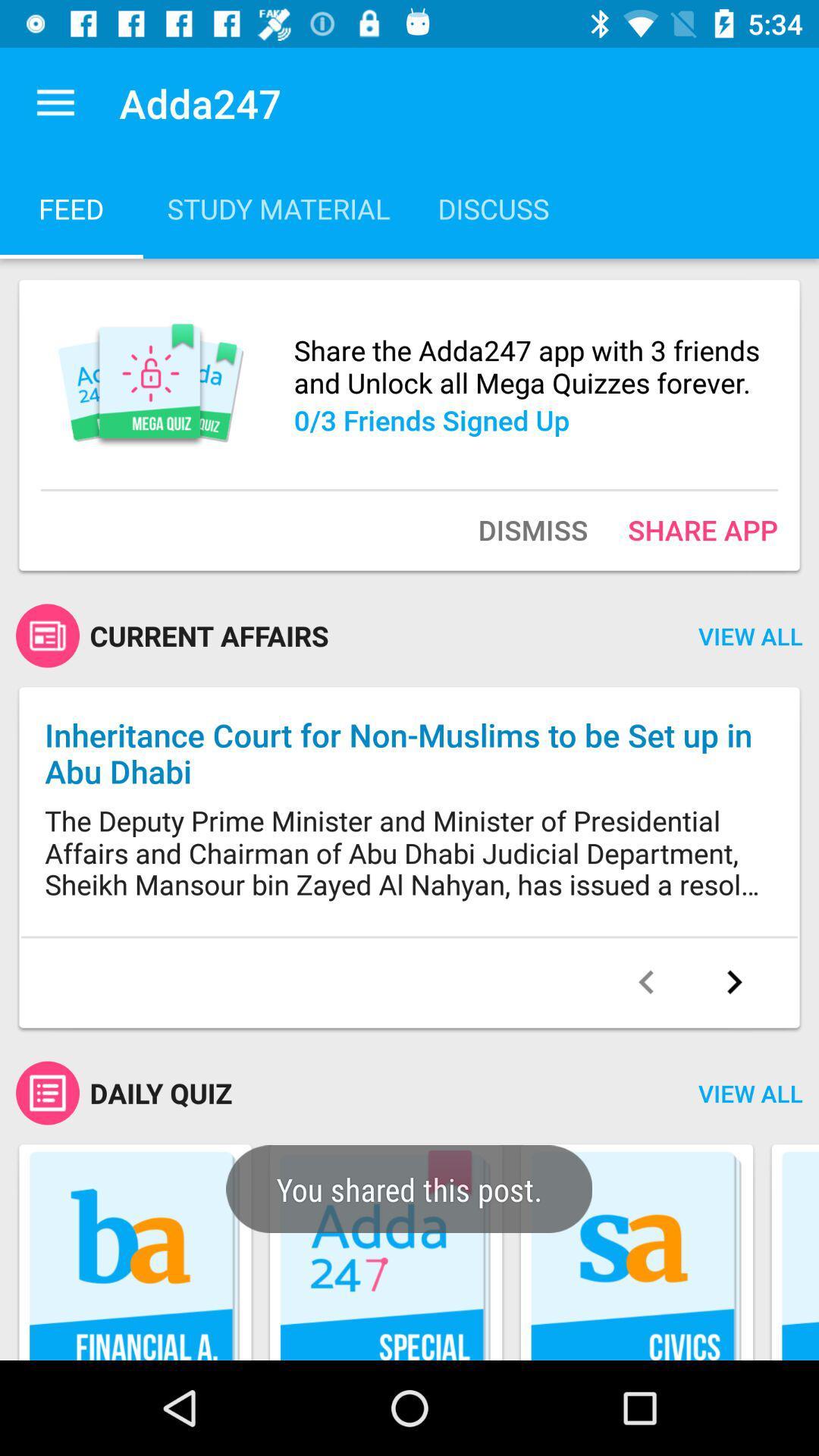 The width and height of the screenshot is (819, 1456). Describe the element at coordinates (646, 982) in the screenshot. I see `back face` at that location.